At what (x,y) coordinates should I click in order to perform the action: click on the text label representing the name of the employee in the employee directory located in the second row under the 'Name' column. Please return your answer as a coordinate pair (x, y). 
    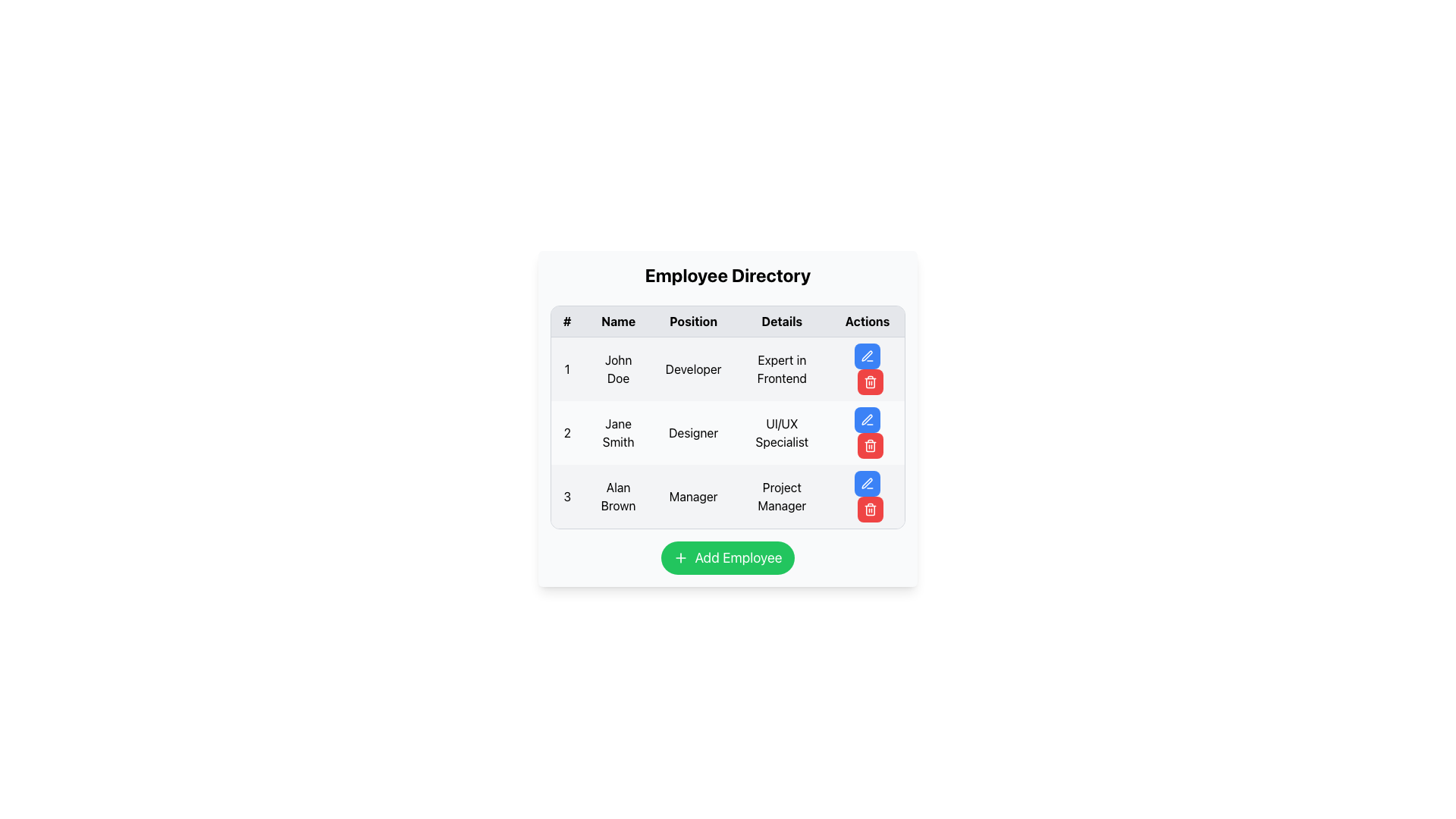
    Looking at the image, I should click on (618, 432).